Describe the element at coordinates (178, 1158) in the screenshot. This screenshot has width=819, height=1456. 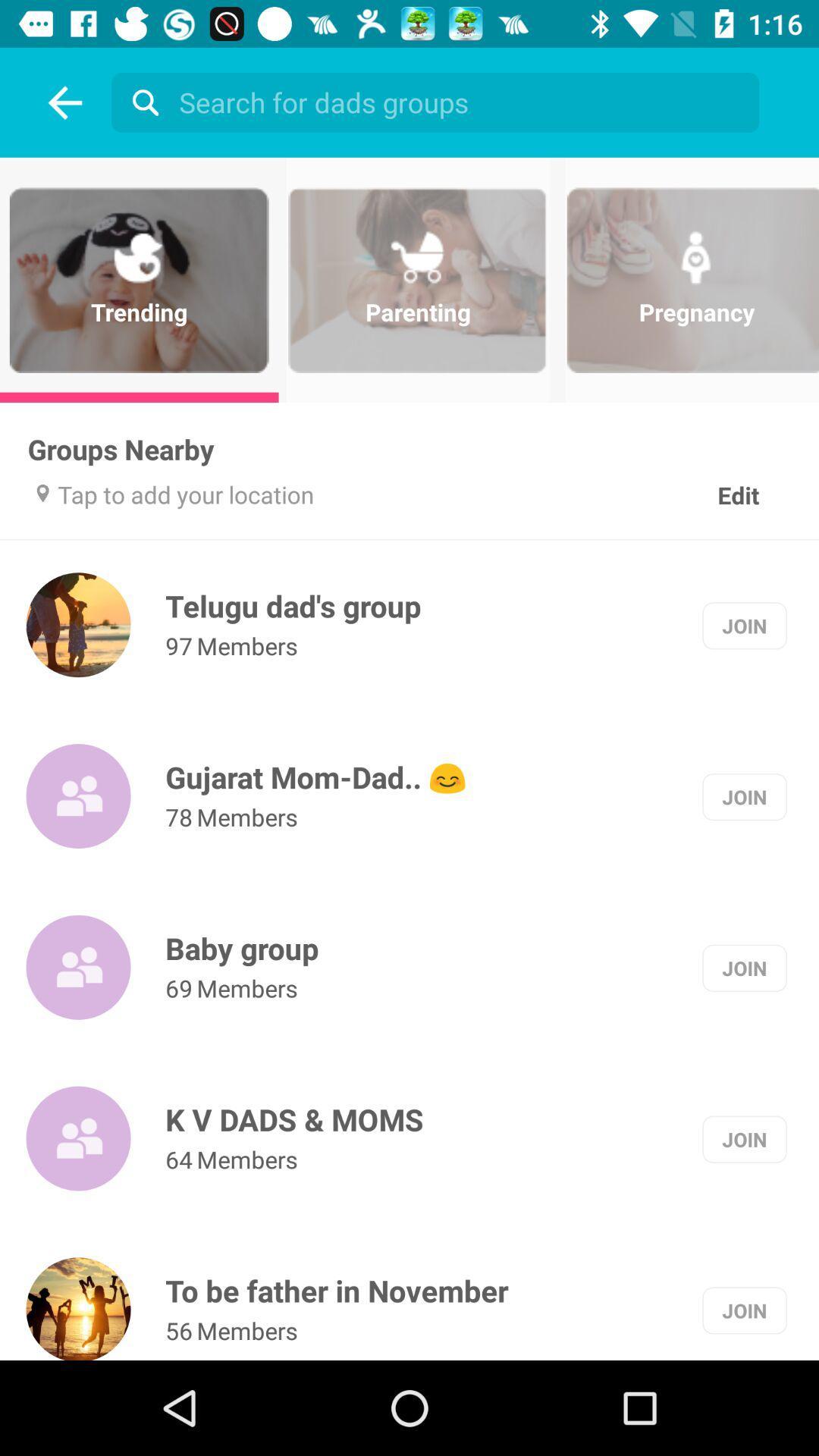
I see `item next to members item` at that location.